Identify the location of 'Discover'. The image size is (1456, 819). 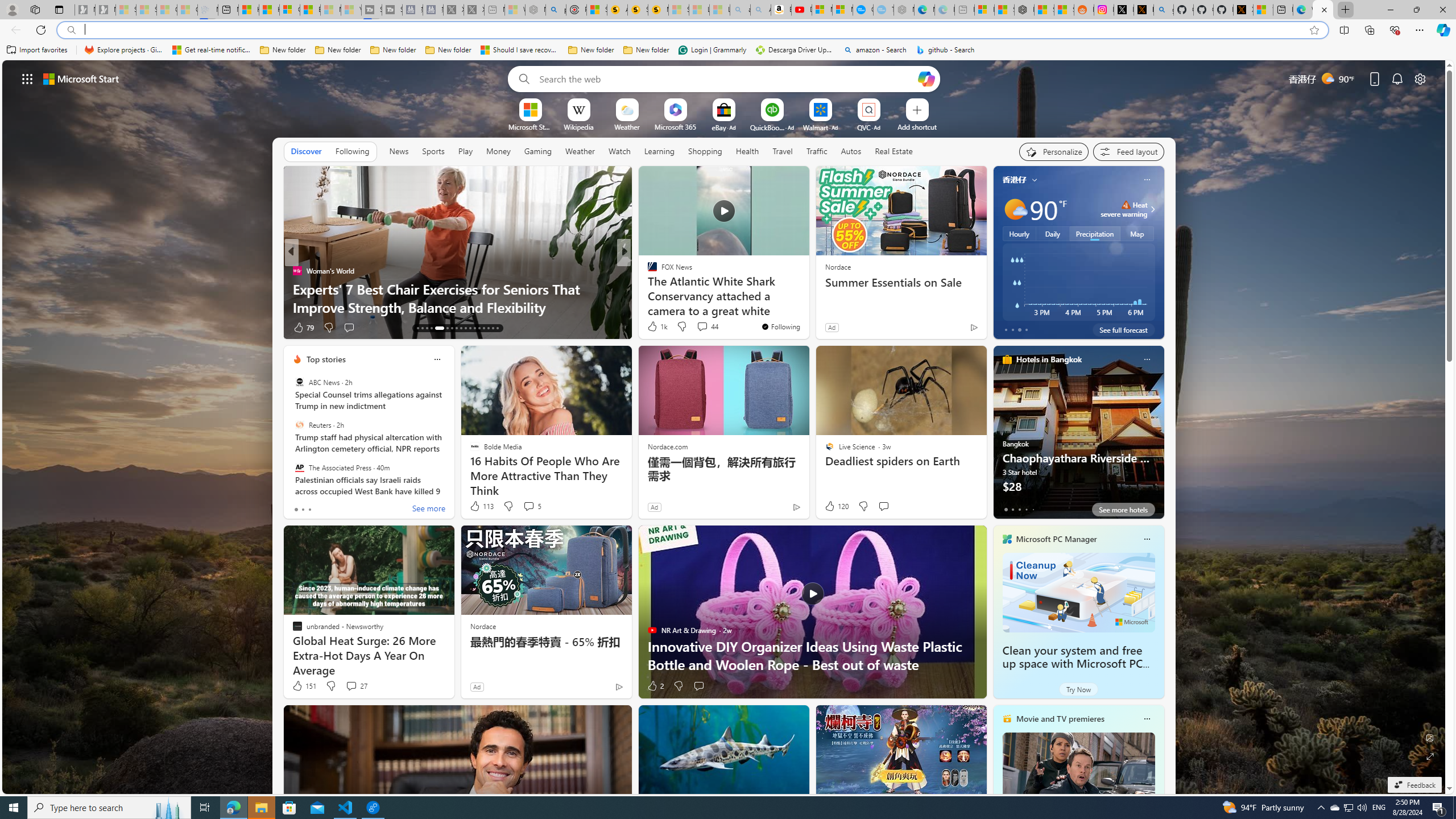
(306, 151).